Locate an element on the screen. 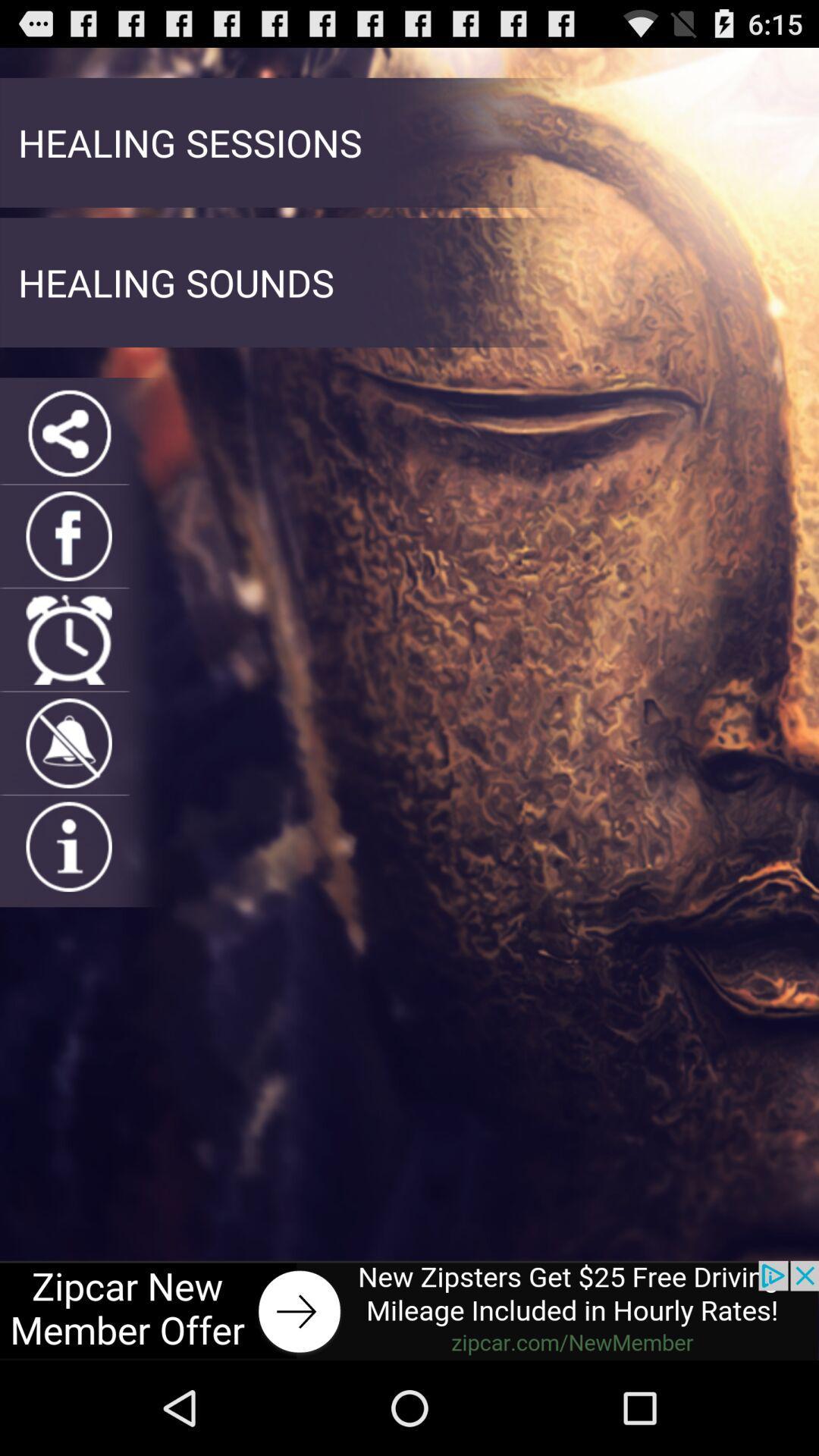 The image size is (819, 1456). alarms is located at coordinates (69, 639).